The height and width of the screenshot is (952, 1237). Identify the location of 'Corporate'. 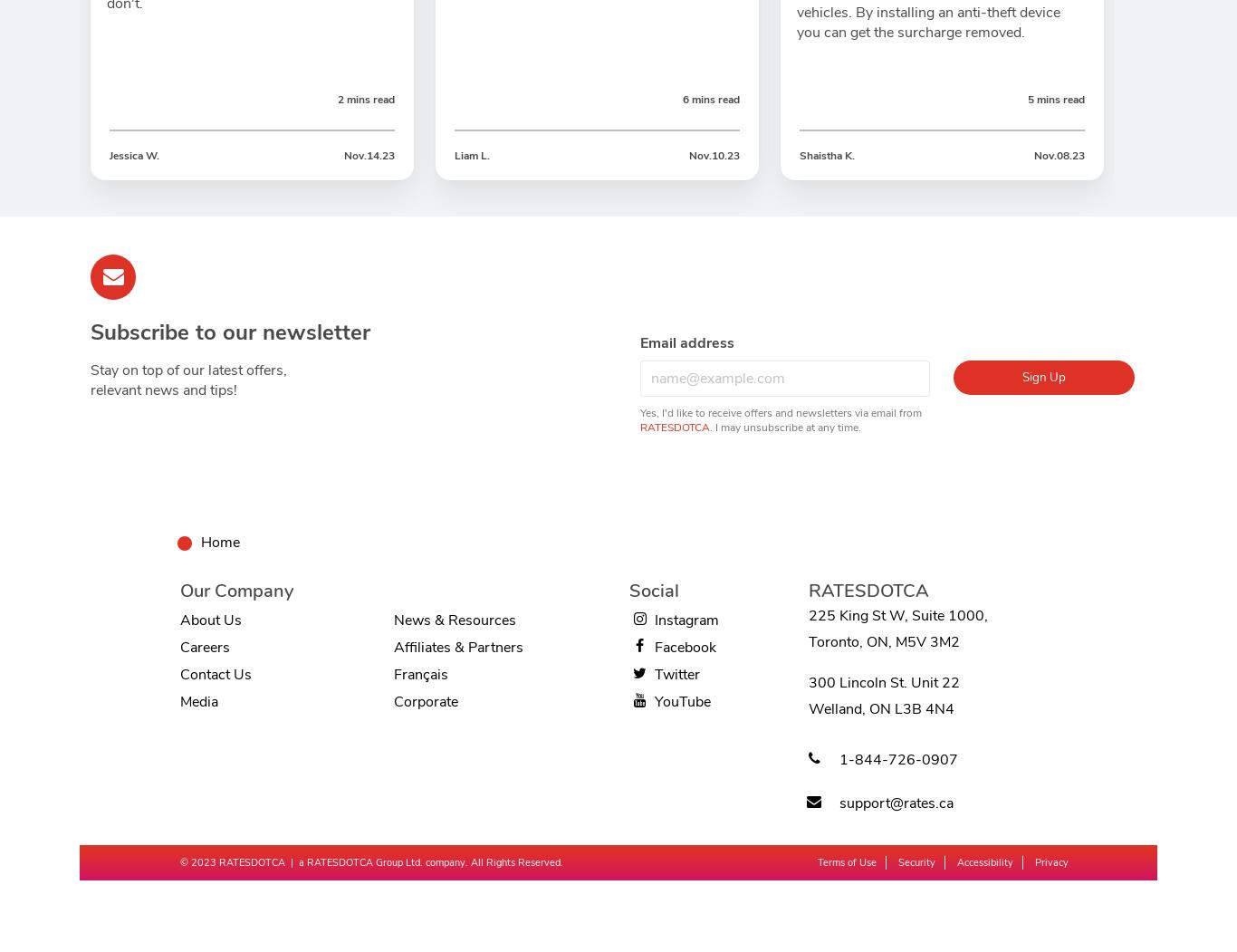
(426, 701).